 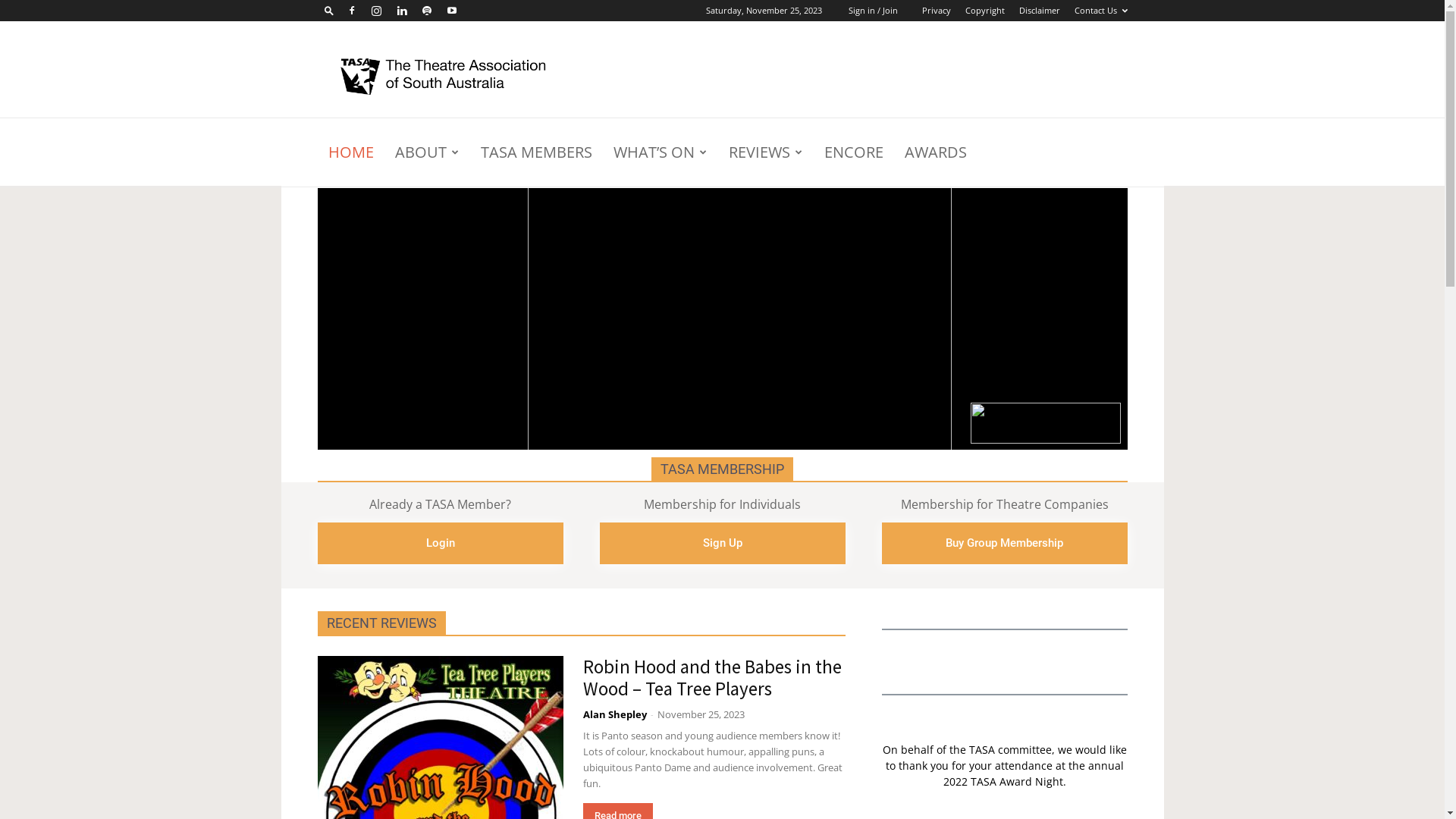 I want to click on 'TASA was established in 1985', so click(x=445, y=77).